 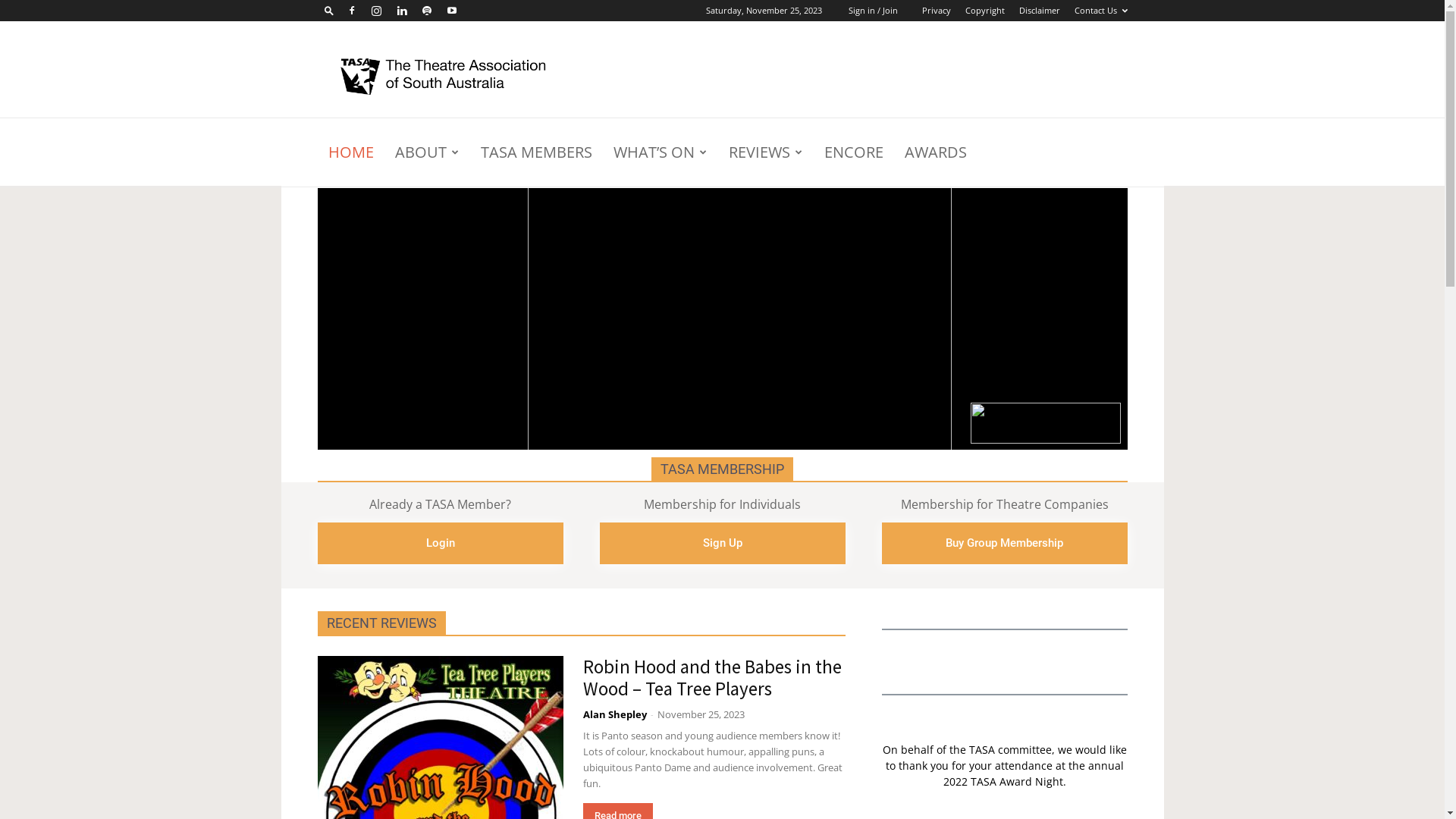 I want to click on 'TASA was established in 1985', so click(x=445, y=77).